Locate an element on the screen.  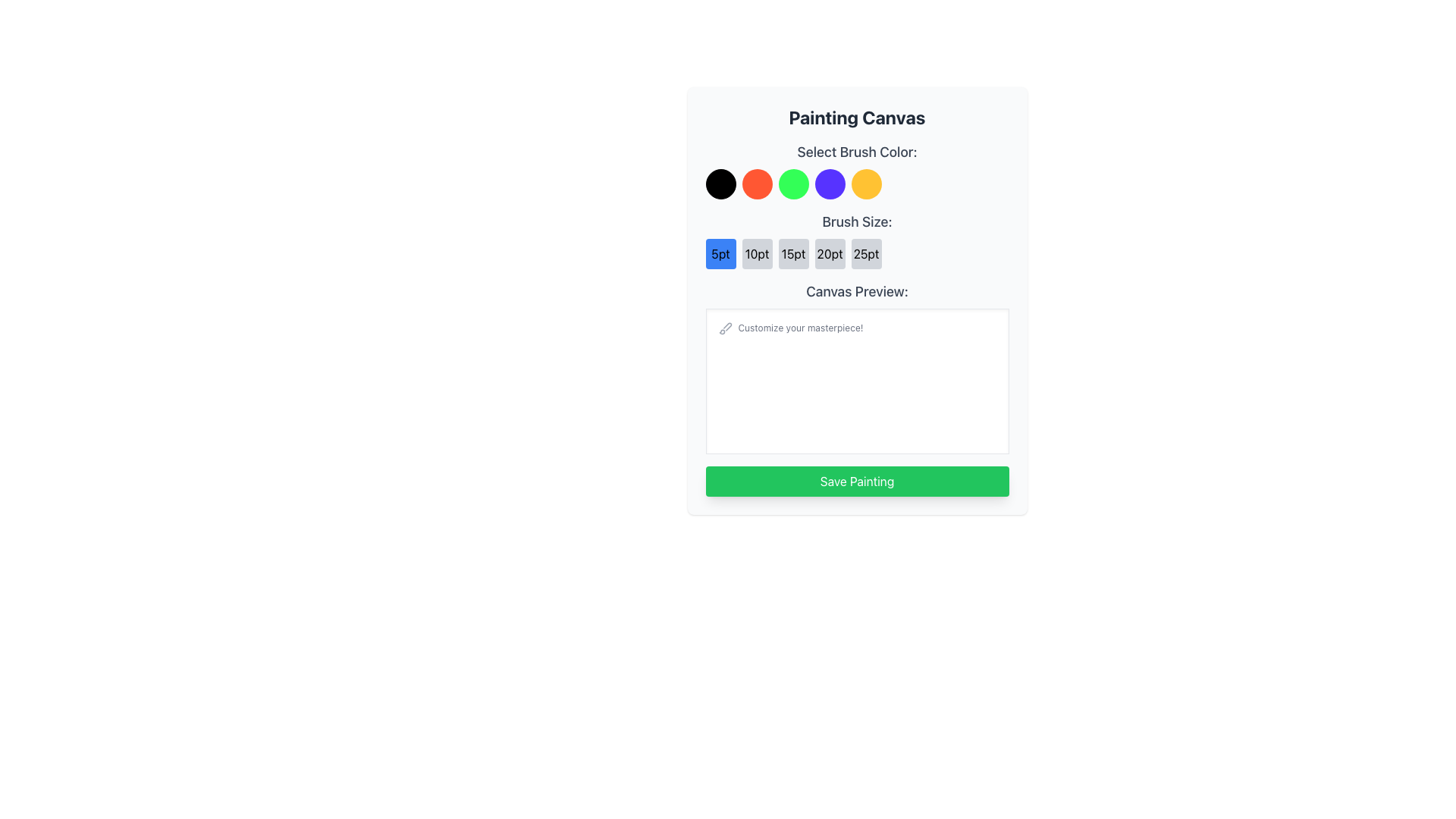
the 15pt button, which is a square button with a gray background and bold black text is located at coordinates (792, 253).